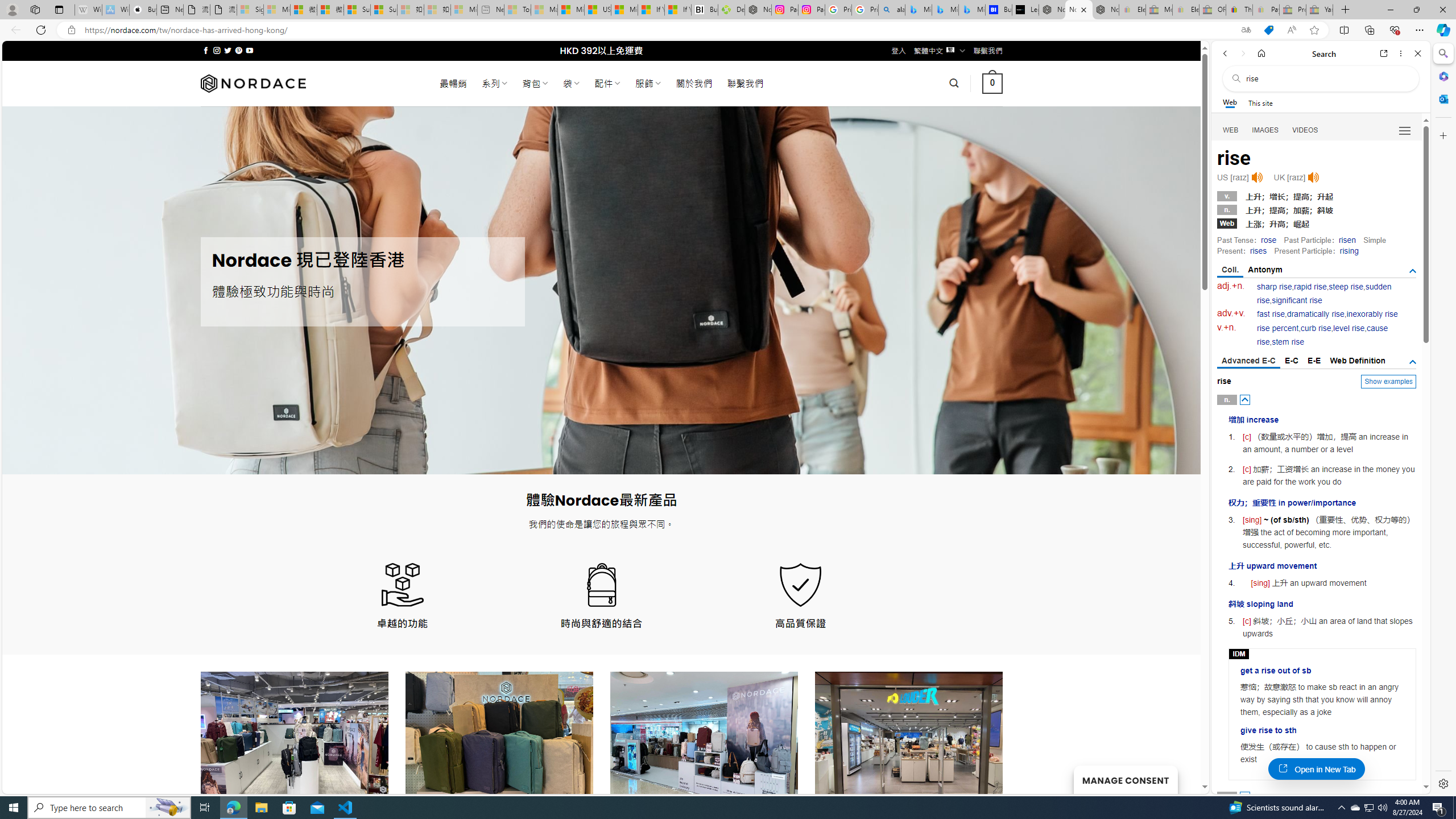 Image resolution: width=1456 pixels, height=819 pixels. I want to click on 'Coll.', so click(1230, 270).